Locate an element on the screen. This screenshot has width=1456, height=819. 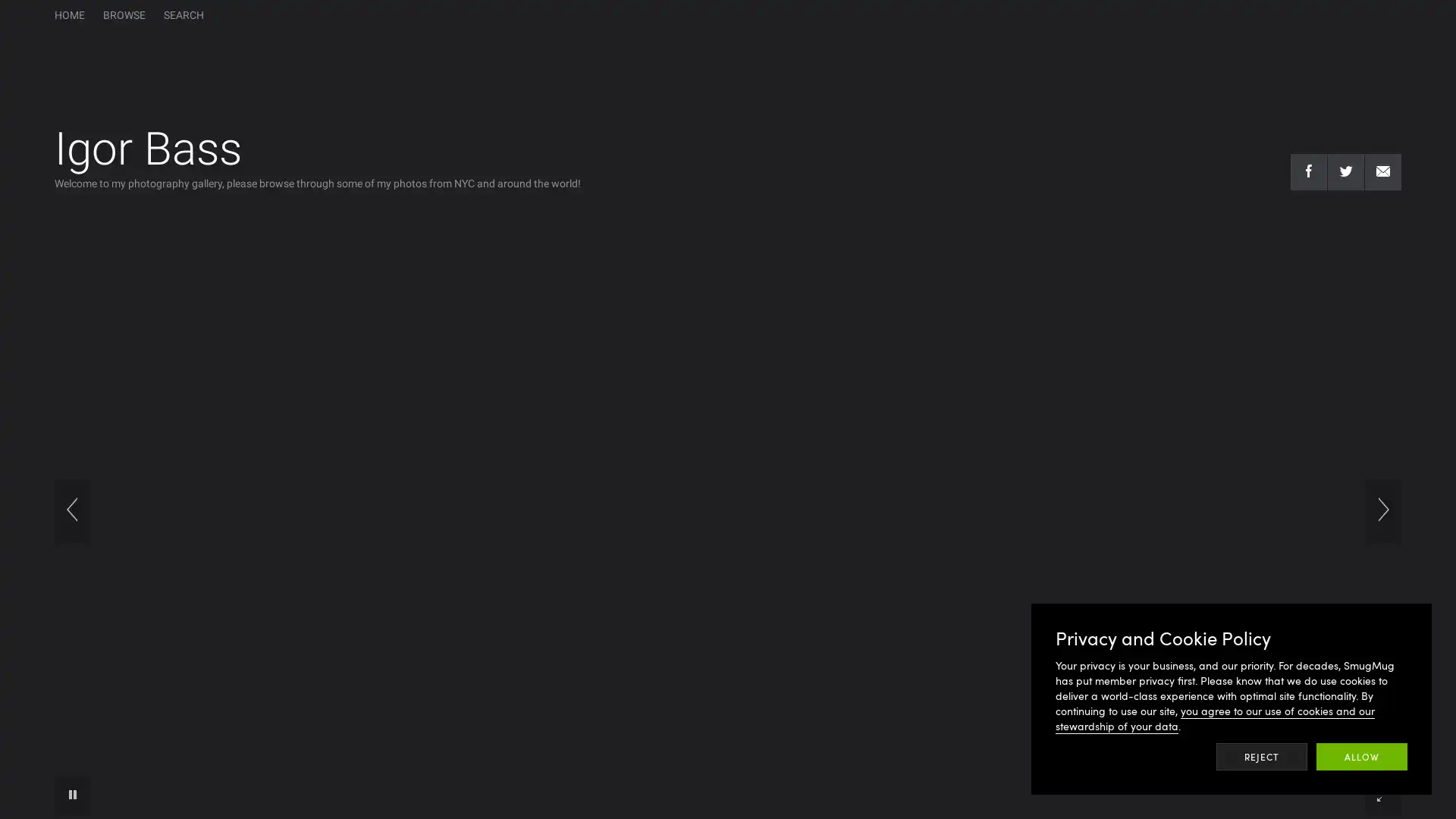
REJECT is located at coordinates (1262, 757).